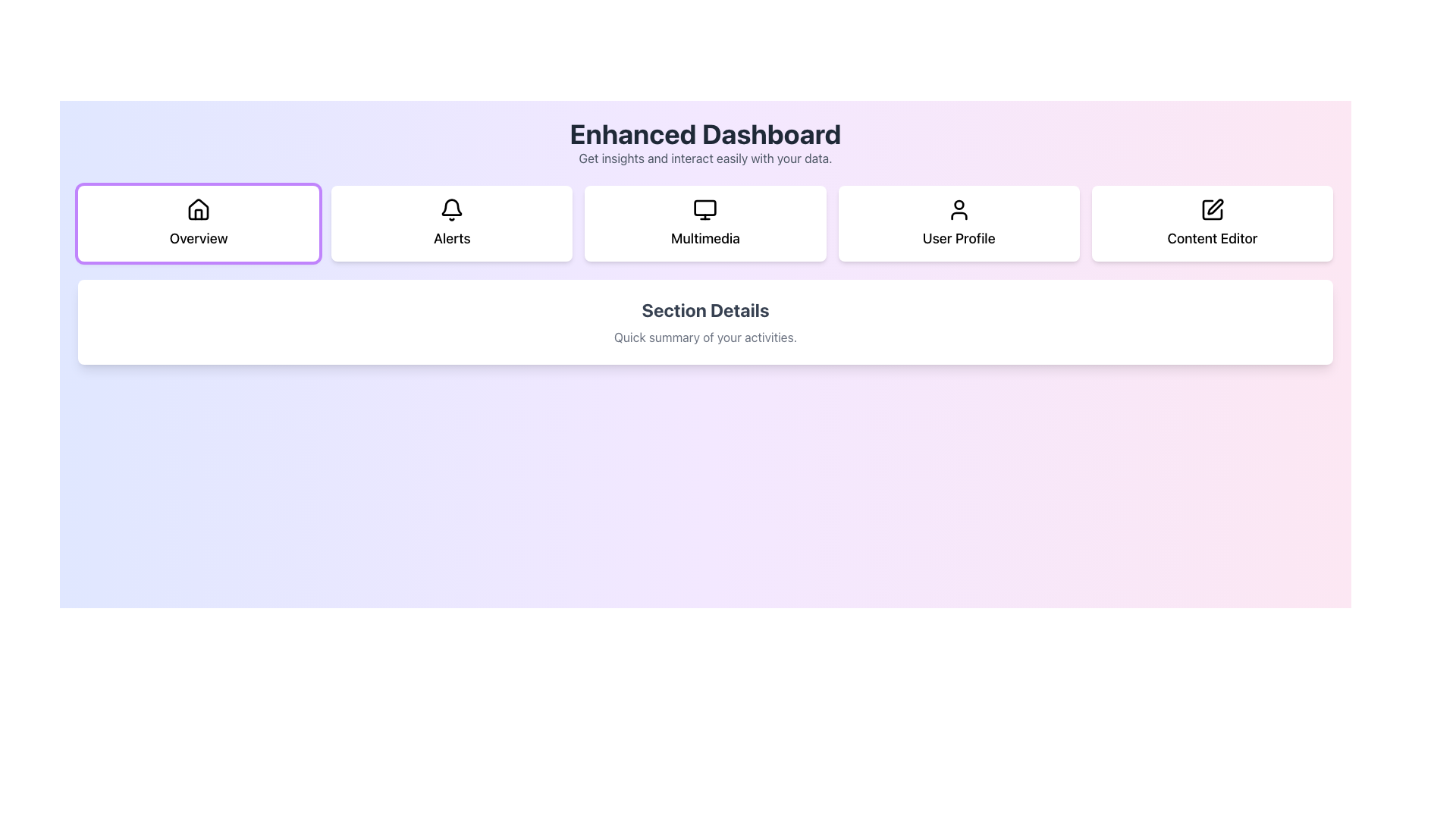 The image size is (1456, 819). Describe the element at coordinates (704, 309) in the screenshot. I see `text from the bold, large-sized Text Label displaying 'Section Details' located above the descriptive text 'Quick summary of your activities'` at that location.